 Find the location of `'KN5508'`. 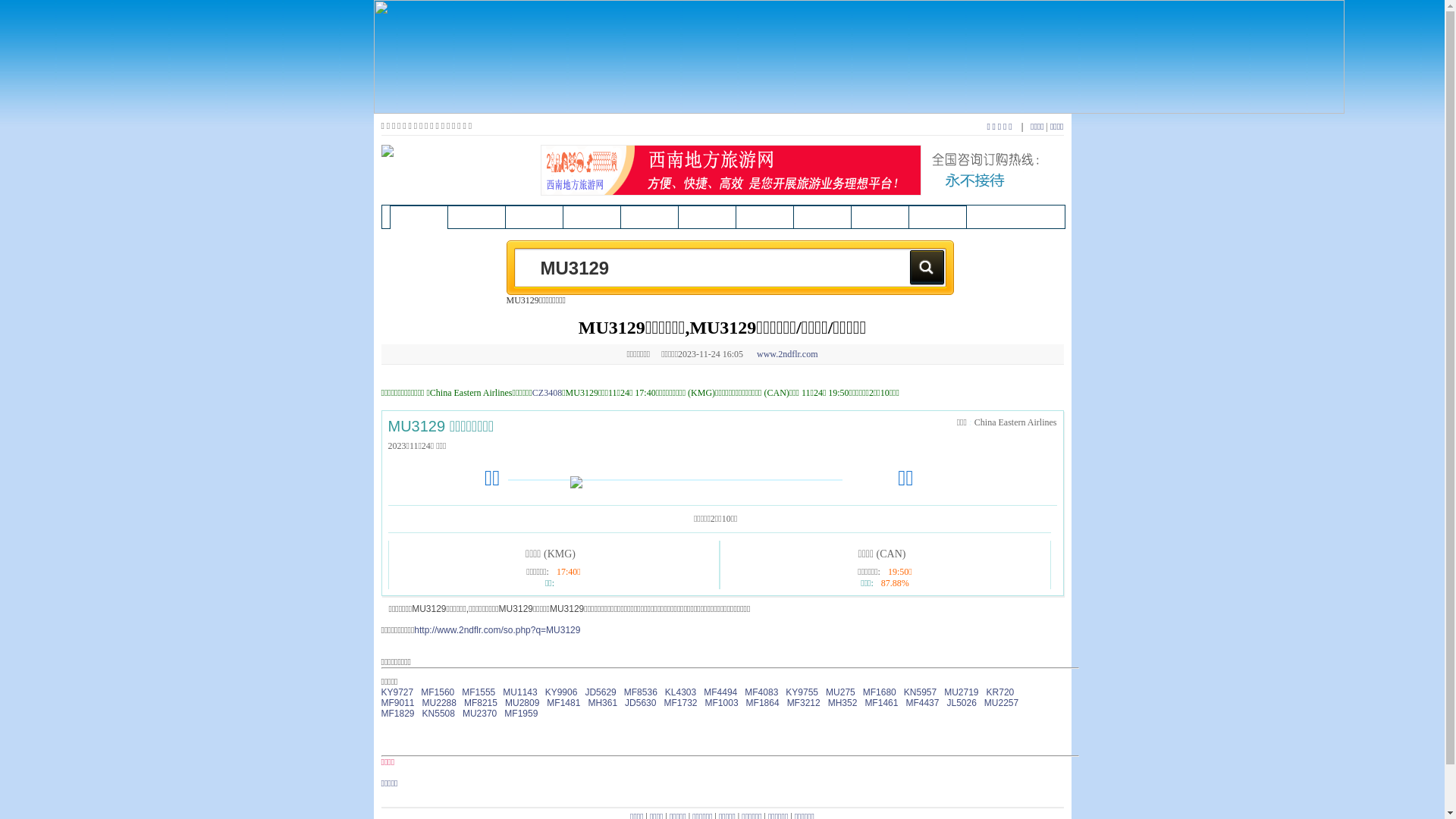

'KN5508' is located at coordinates (438, 714).